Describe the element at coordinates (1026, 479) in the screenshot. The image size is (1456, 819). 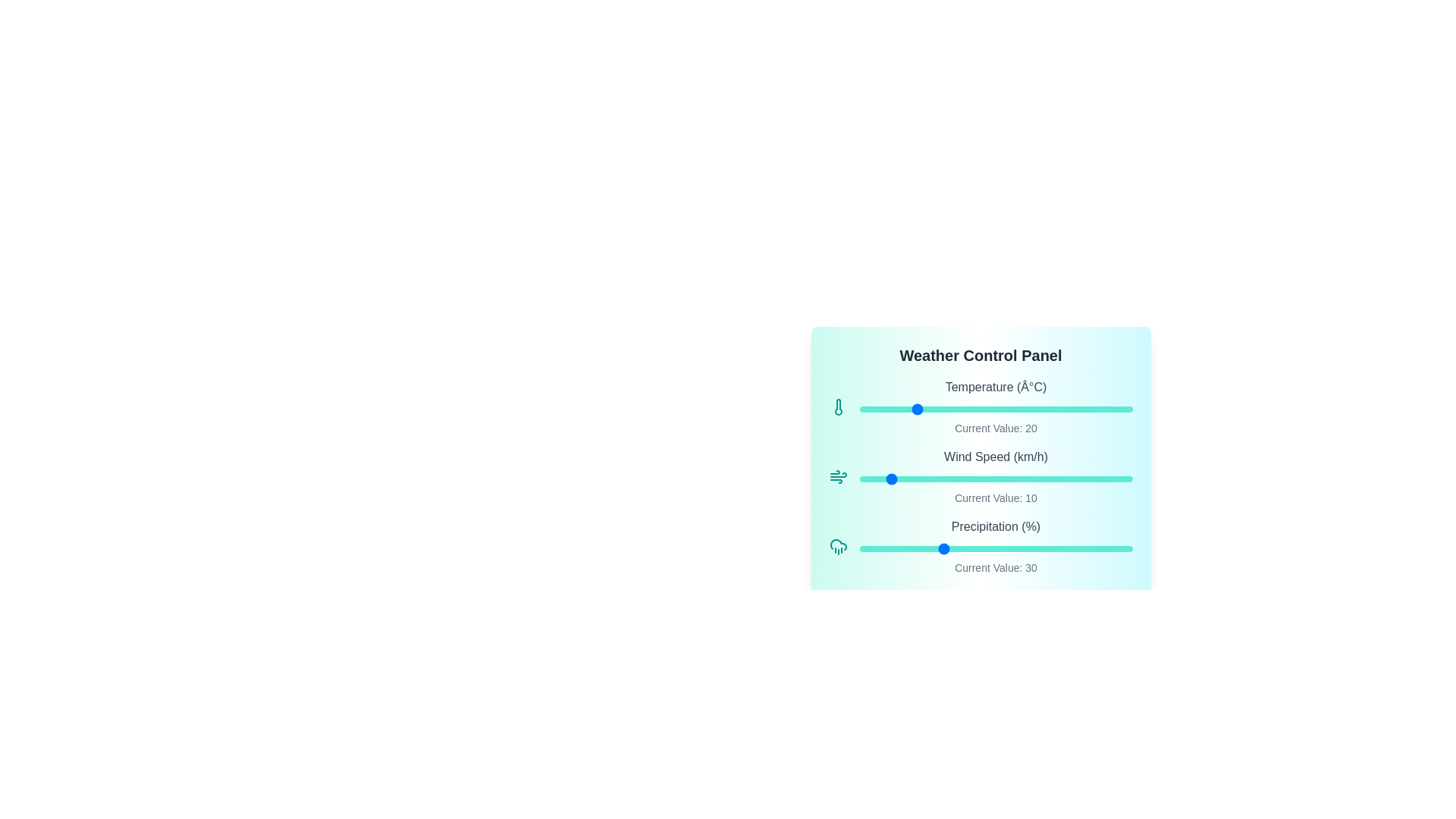
I see `the Wind Speed slider to 61 km/h` at that location.